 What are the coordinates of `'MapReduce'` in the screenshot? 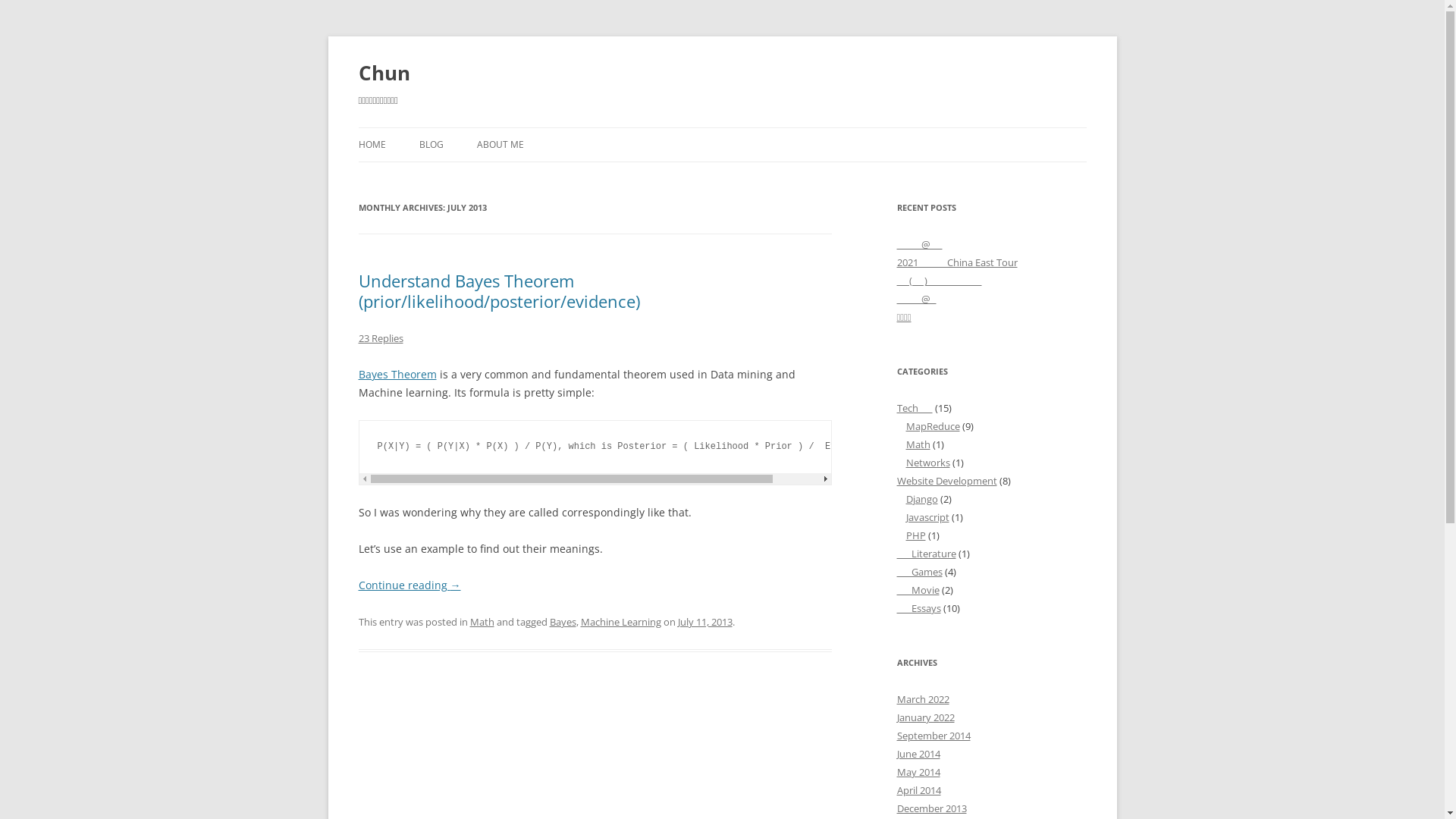 It's located at (931, 426).